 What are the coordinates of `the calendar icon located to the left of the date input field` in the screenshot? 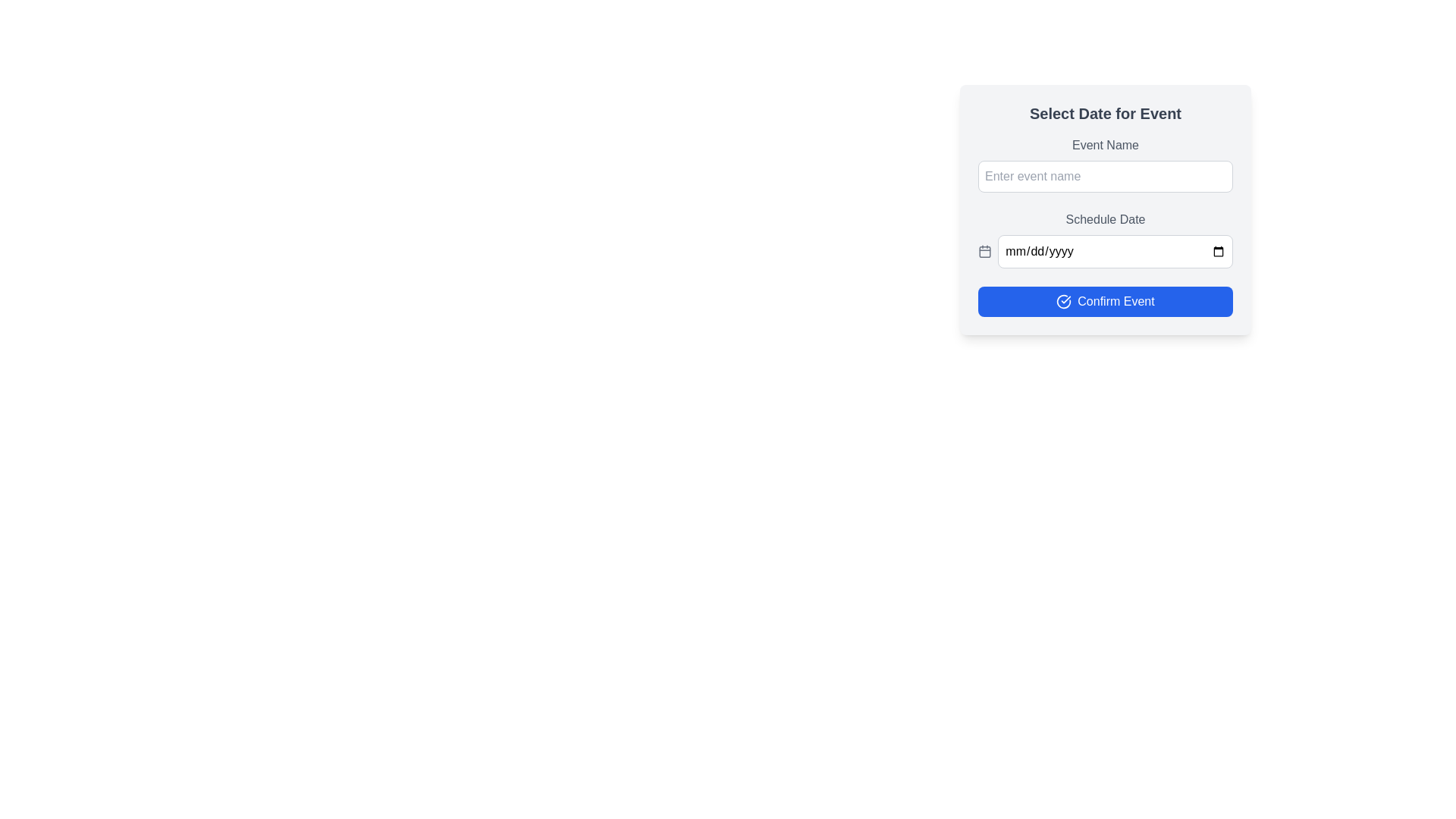 It's located at (985, 250).